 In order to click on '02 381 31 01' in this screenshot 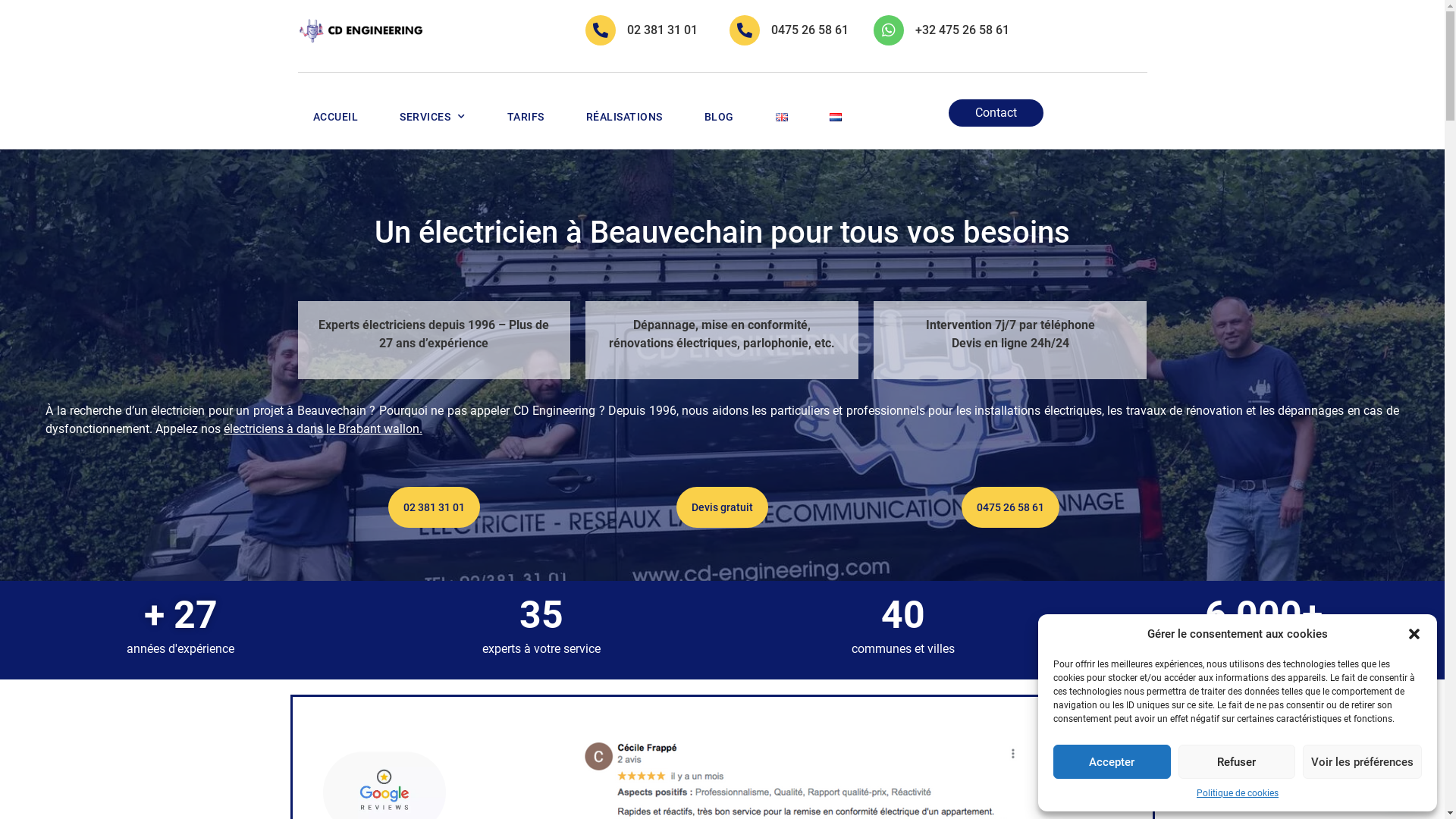, I will do `click(662, 30)`.